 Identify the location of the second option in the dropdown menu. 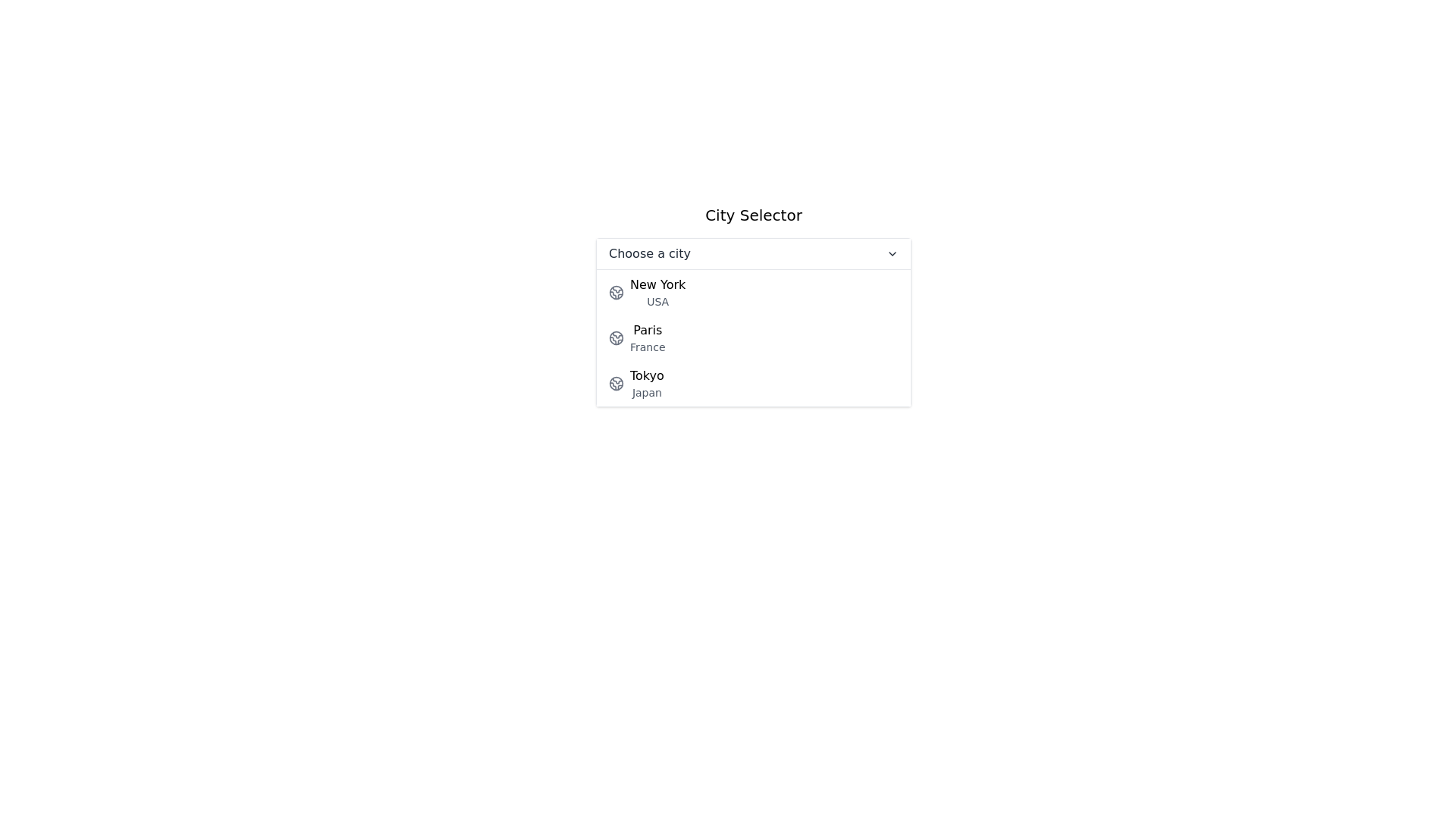
(753, 337).